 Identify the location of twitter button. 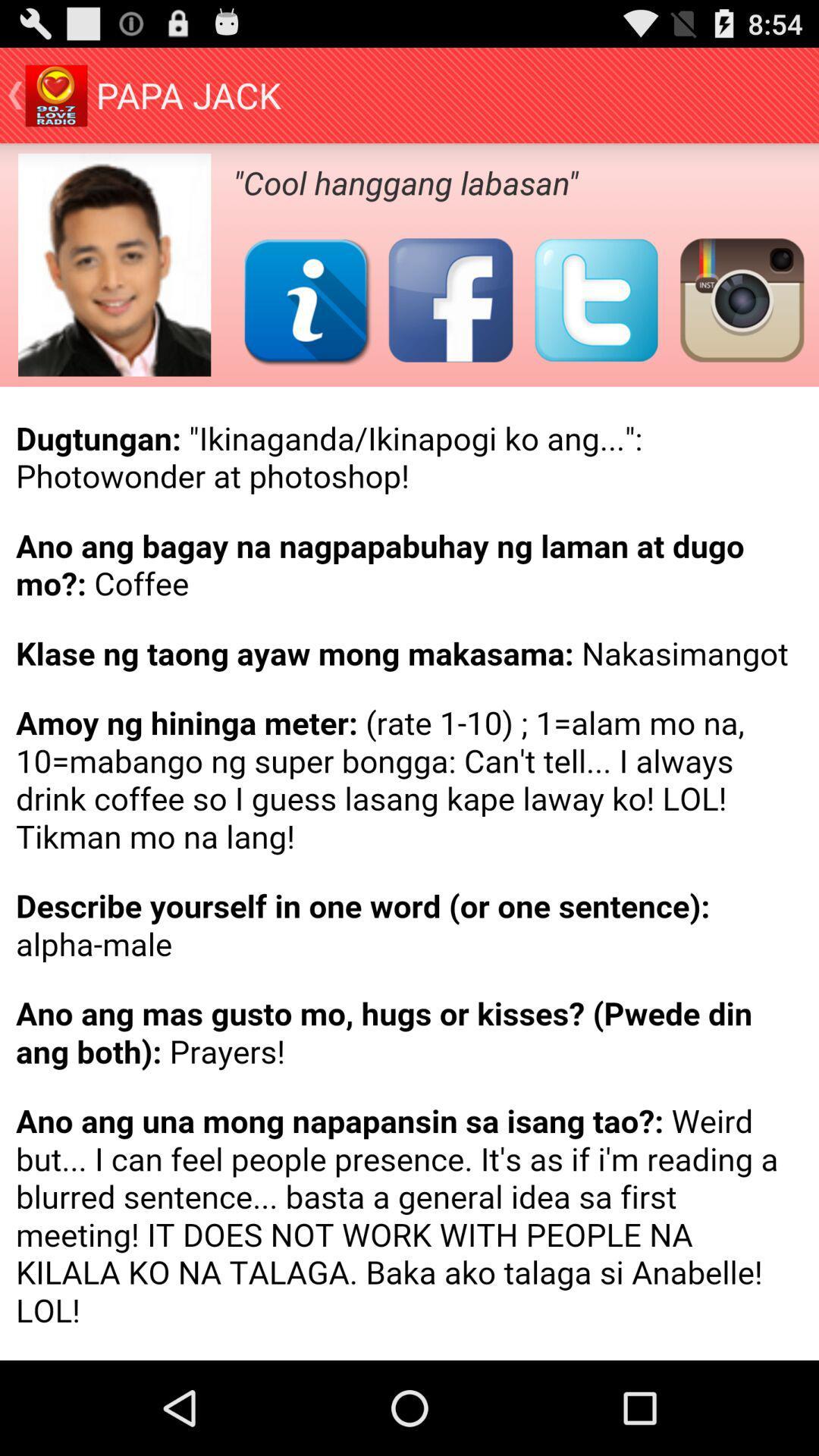
(595, 300).